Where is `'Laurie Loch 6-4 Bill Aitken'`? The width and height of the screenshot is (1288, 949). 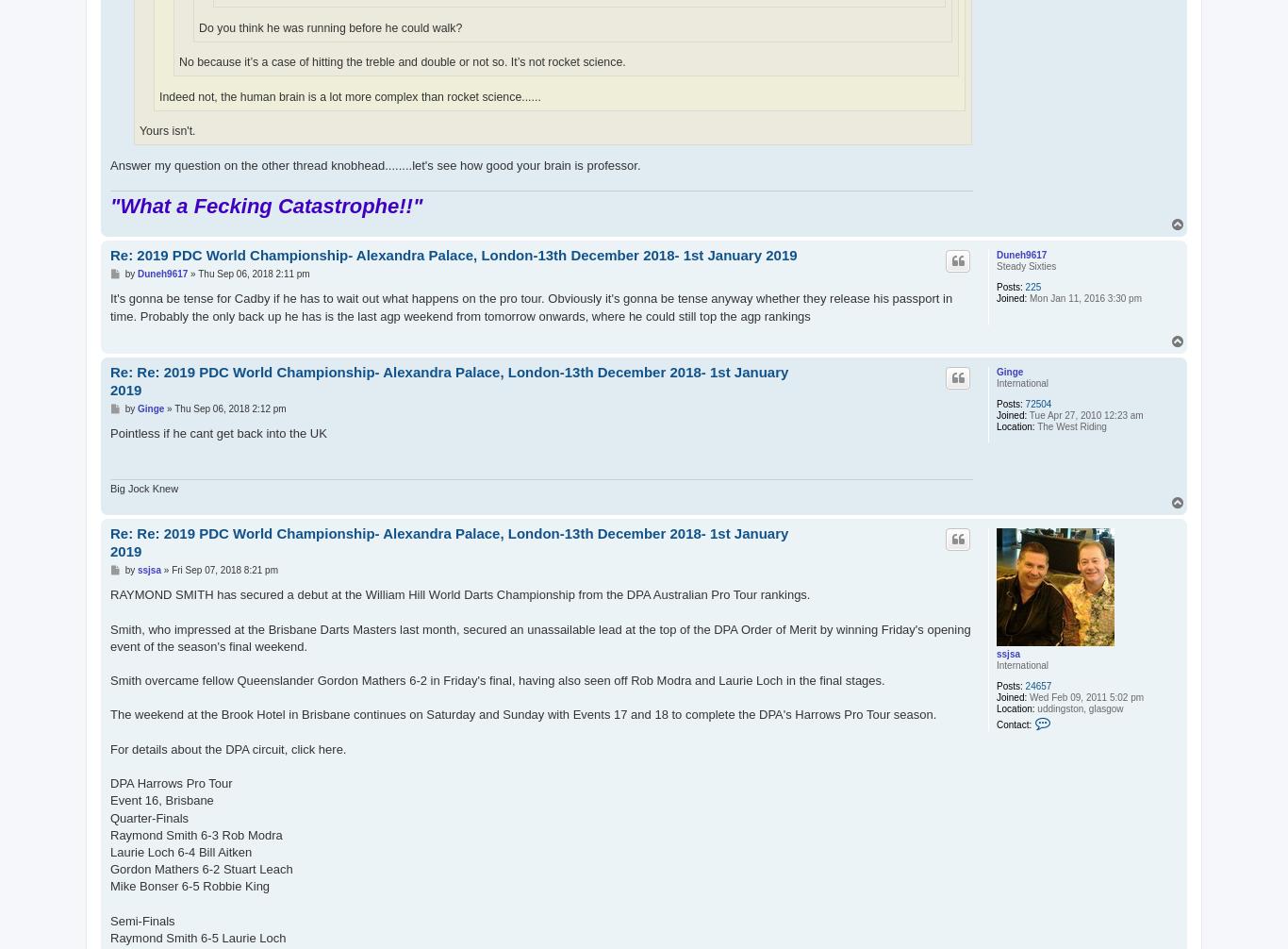
'Laurie Loch 6-4 Bill Aitken' is located at coordinates (180, 850).